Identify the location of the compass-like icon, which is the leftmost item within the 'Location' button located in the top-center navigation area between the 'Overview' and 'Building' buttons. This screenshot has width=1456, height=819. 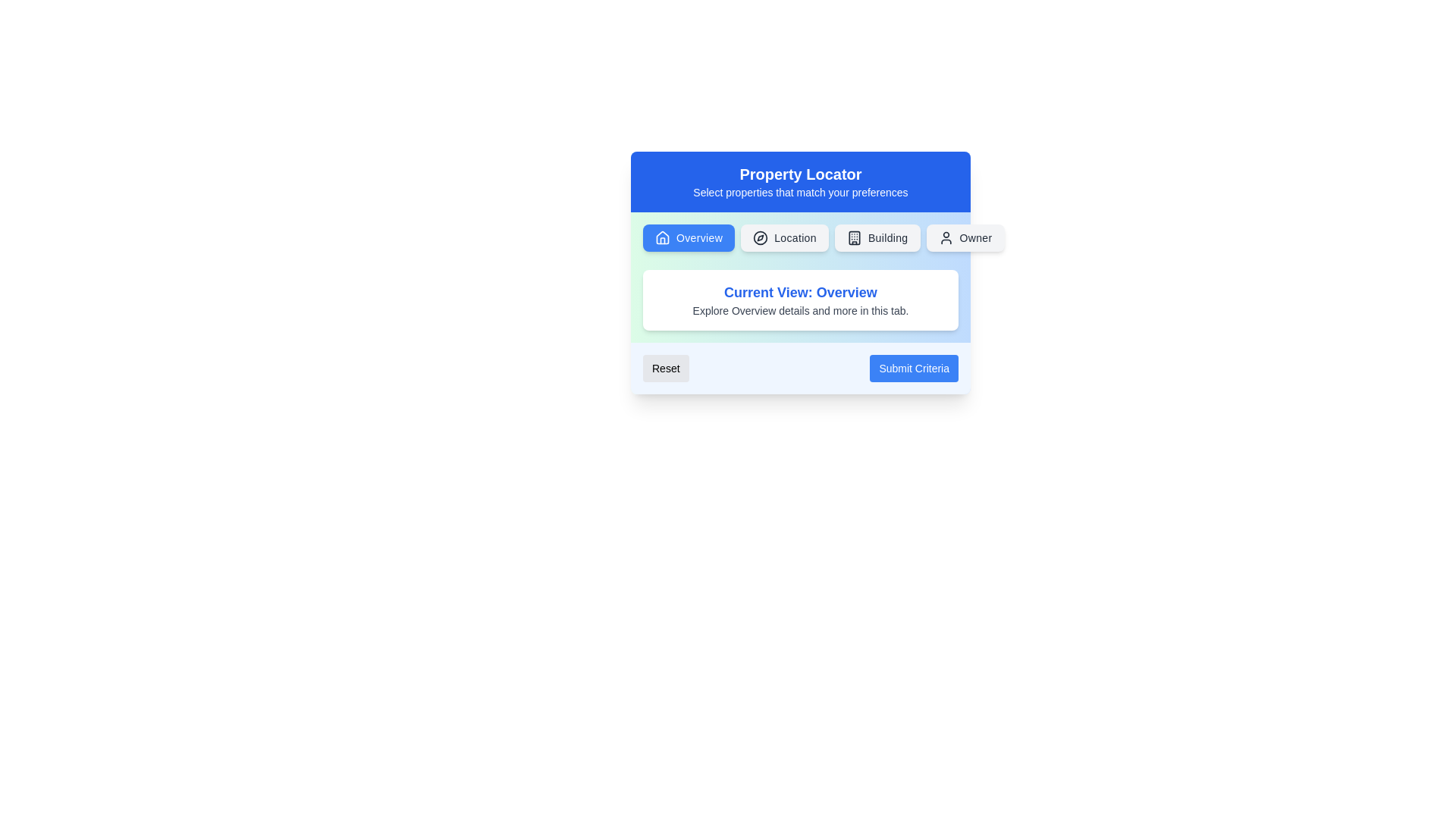
(761, 237).